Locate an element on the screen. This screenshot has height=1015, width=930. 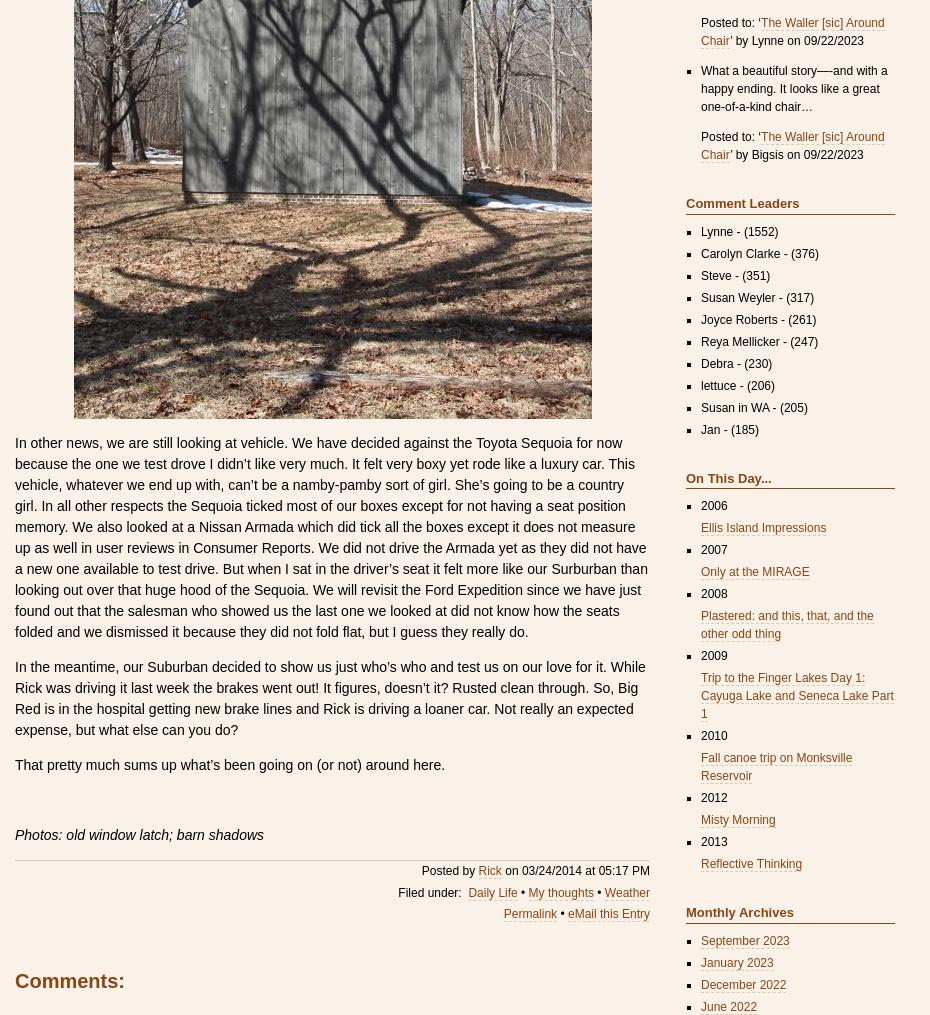
'2009' is located at coordinates (713, 655).